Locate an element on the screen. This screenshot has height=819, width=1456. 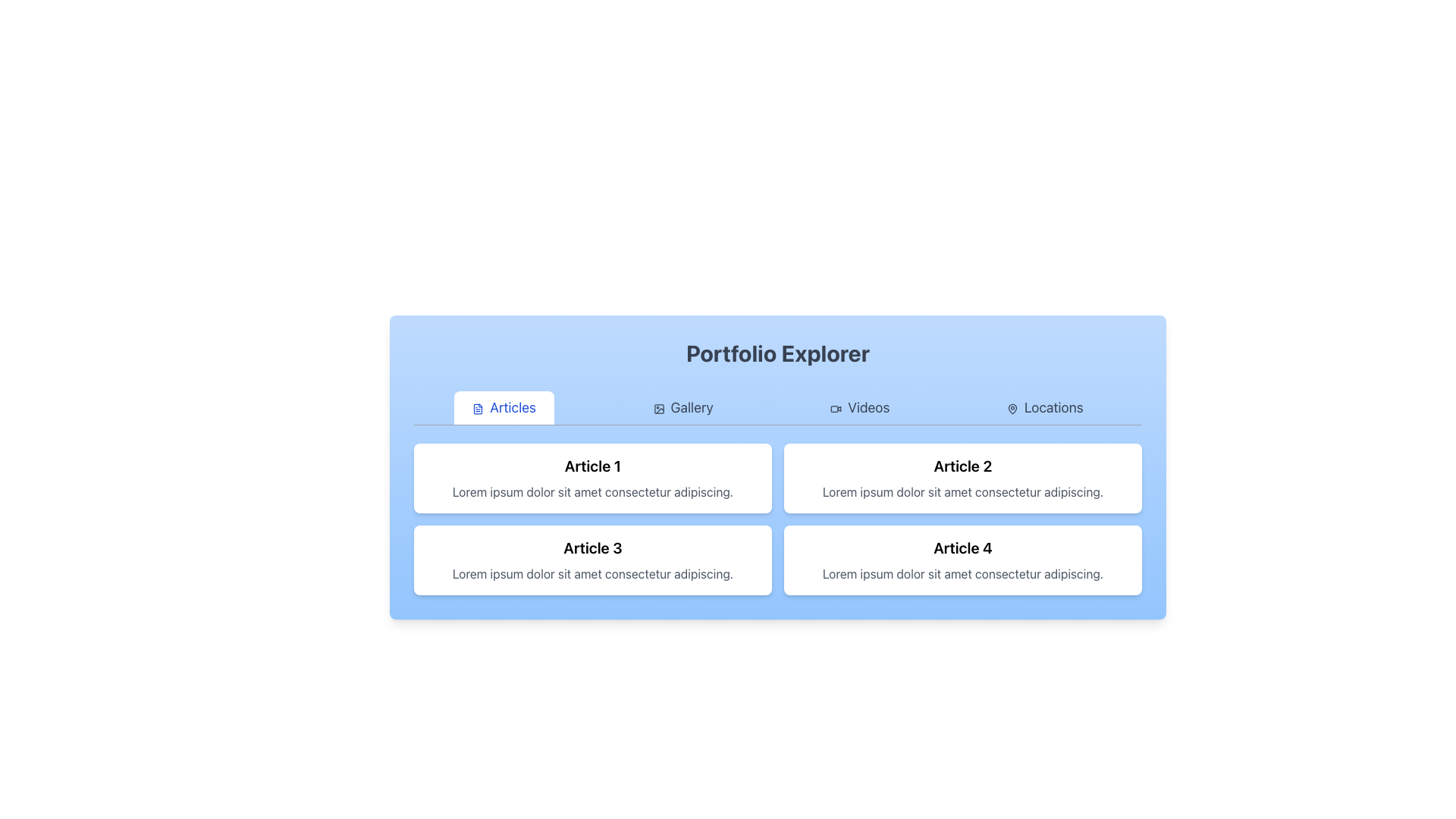
the file icon located in the 'Articles' tab, which features a document-like shape with a folded top-right corner, positioned to the left of the 'Articles' label in the 'Portfolio Explorer' section is located at coordinates (477, 408).